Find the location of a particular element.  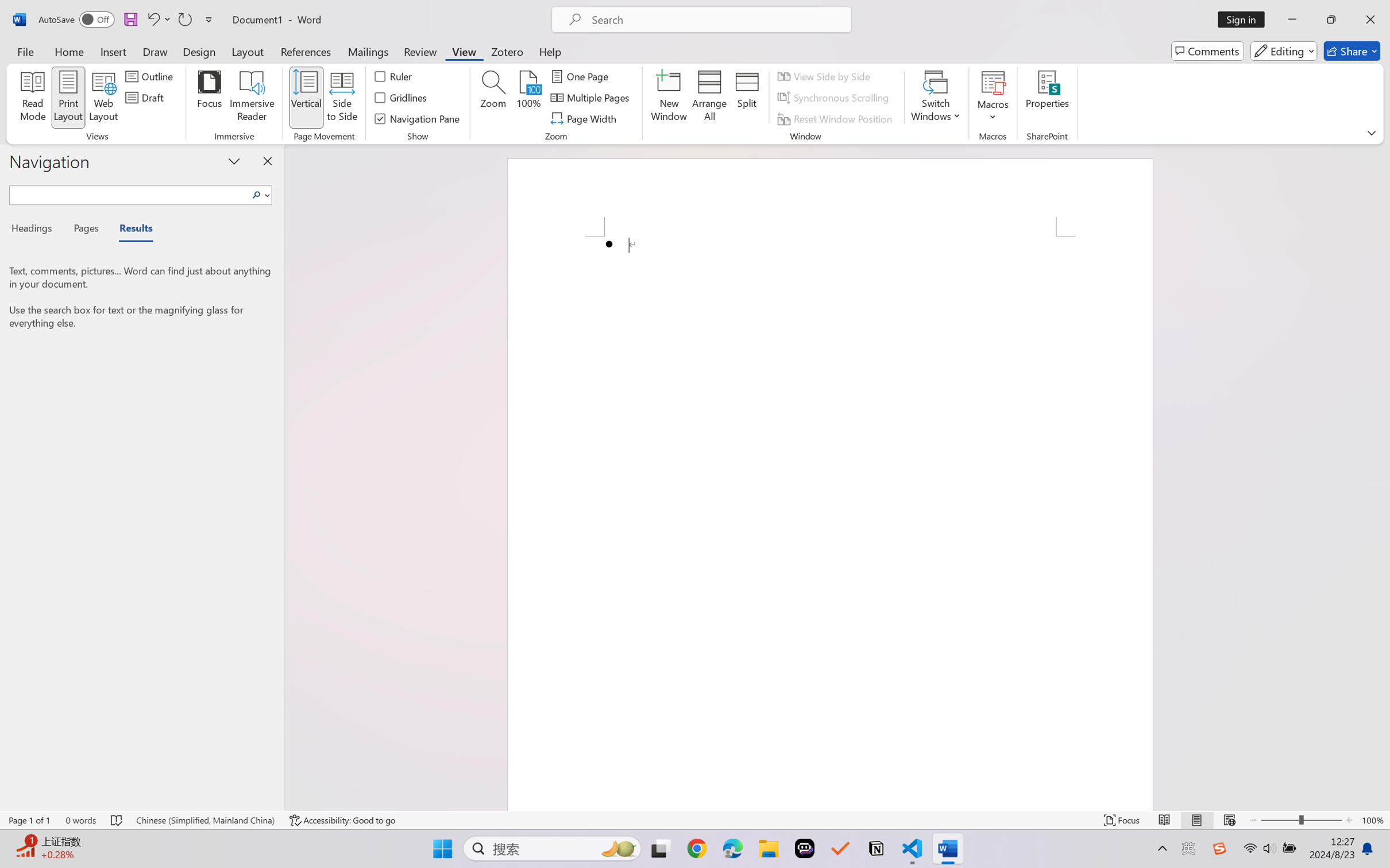

'Immersive Reader' is located at coordinates (252, 98).